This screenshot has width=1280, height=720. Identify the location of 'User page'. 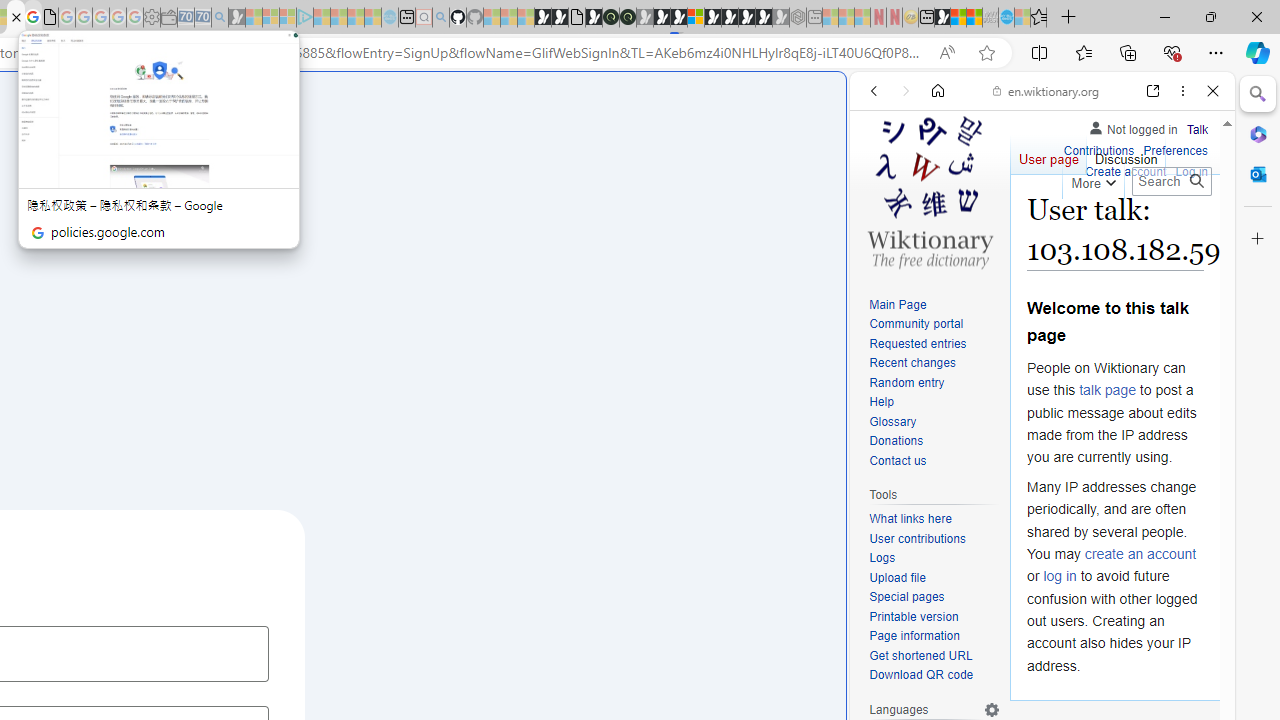
(1047, 154).